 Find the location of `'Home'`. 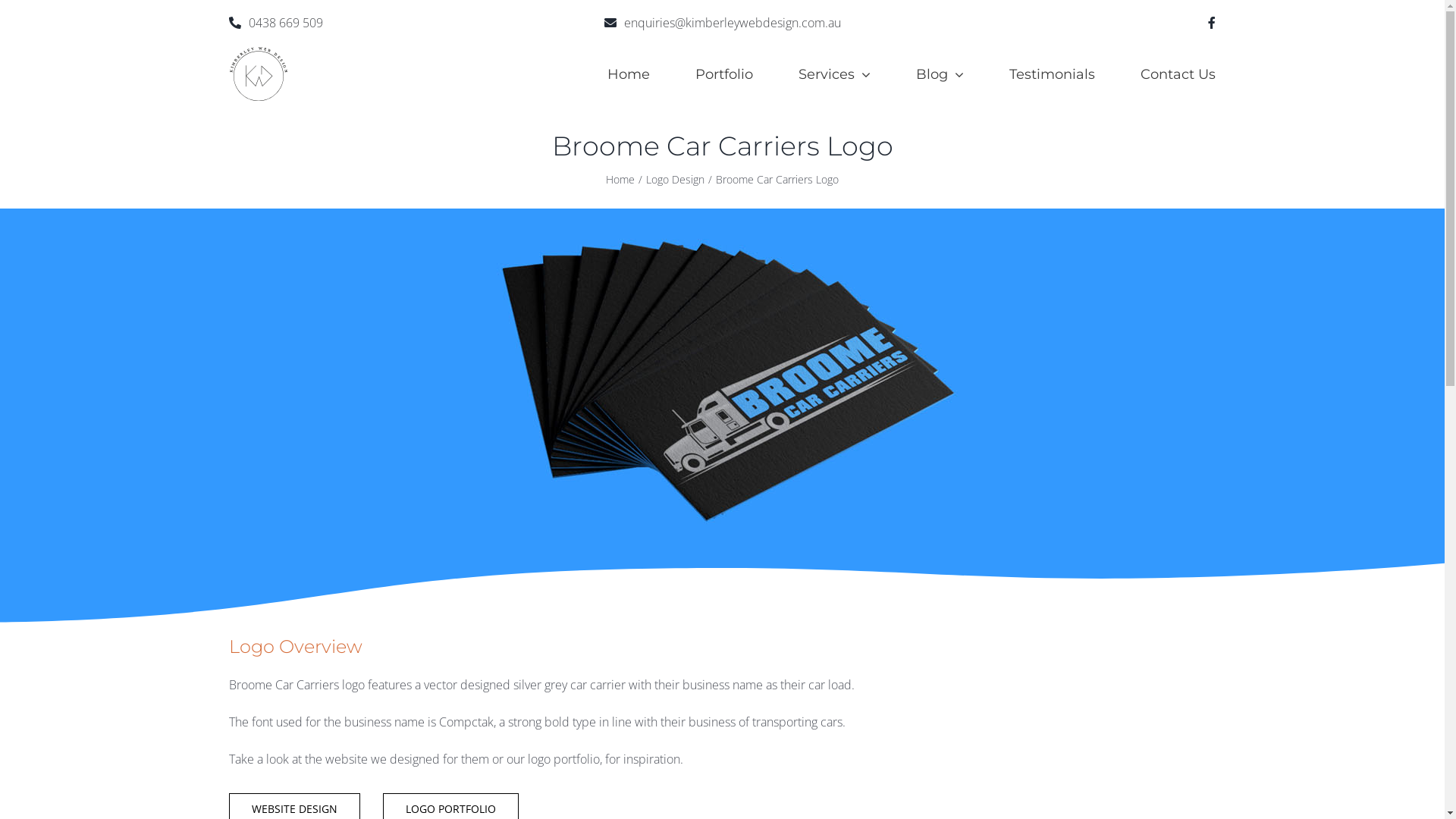

'Home' is located at coordinates (629, 74).